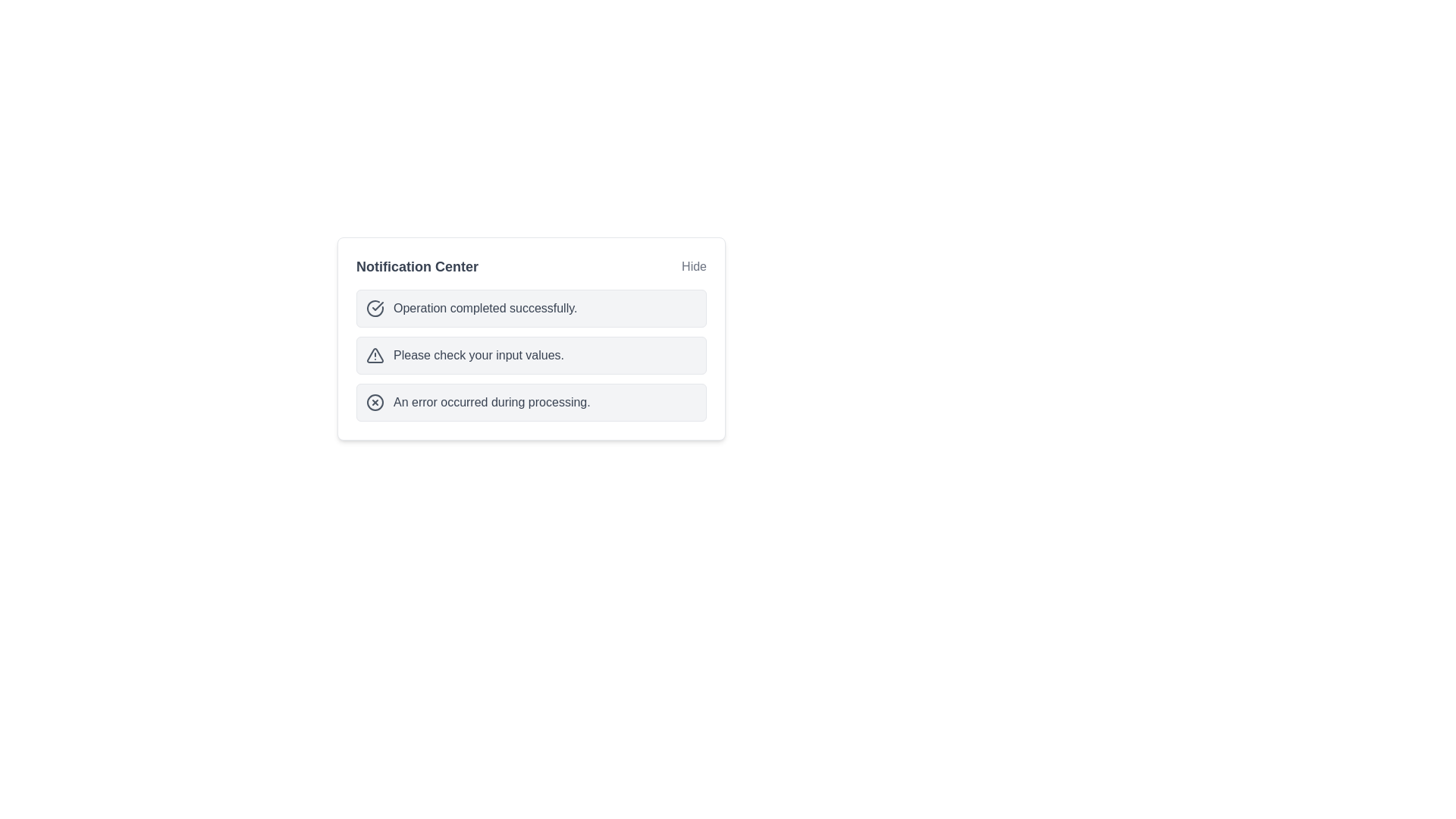  What do you see at coordinates (378, 306) in the screenshot?
I see `the check mark icon within a circular SVG icon that indicates 'Operation completed successfully.'` at bounding box center [378, 306].